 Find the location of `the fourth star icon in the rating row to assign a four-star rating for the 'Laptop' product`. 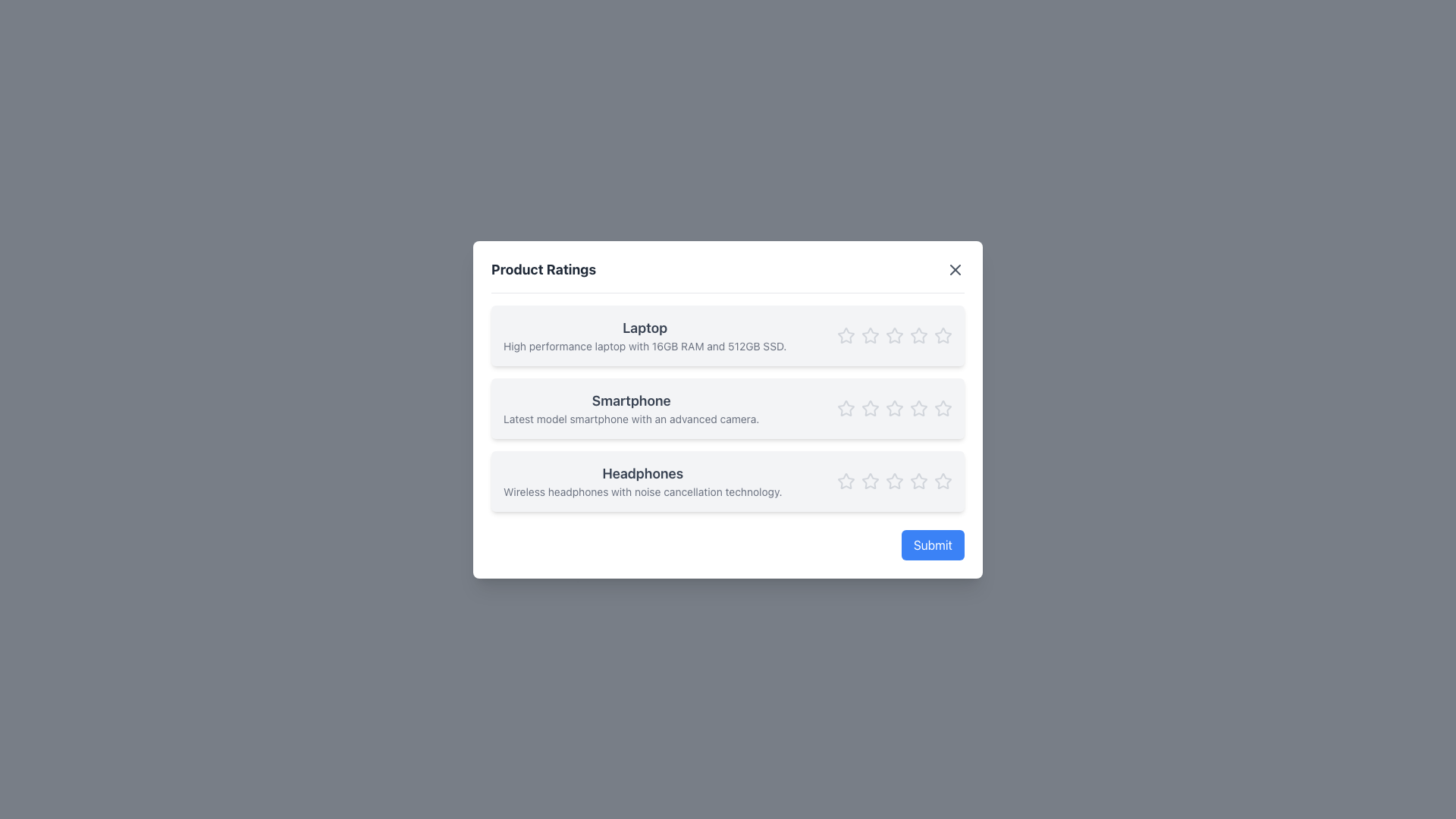

the fourth star icon in the rating row to assign a four-star rating for the 'Laptop' product is located at coordinates (895, 334).